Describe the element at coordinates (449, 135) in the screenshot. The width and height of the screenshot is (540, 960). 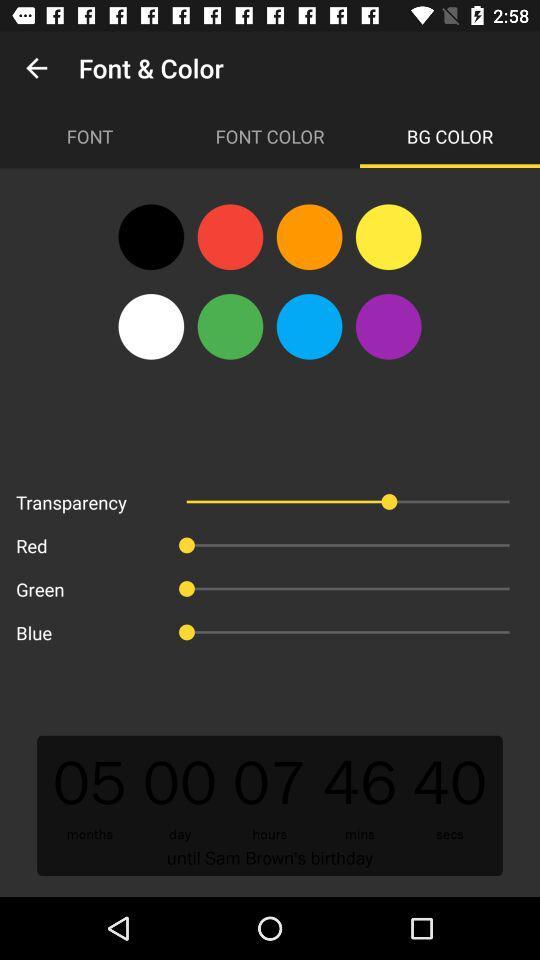
I see `the icon next to font color icon` at that location.